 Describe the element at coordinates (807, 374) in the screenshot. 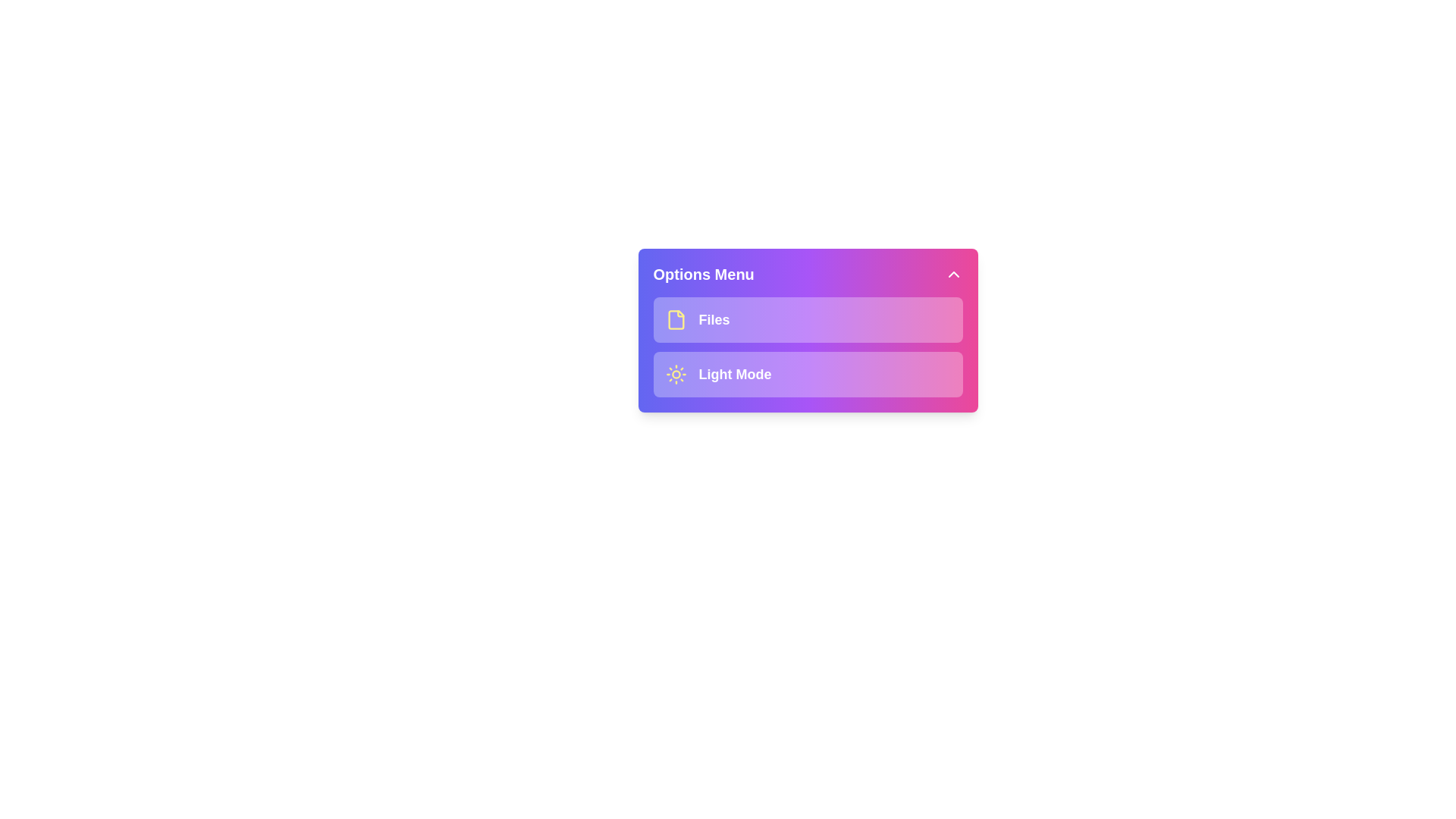

I see `the menu item Light Mode by clicking on it` at that location.